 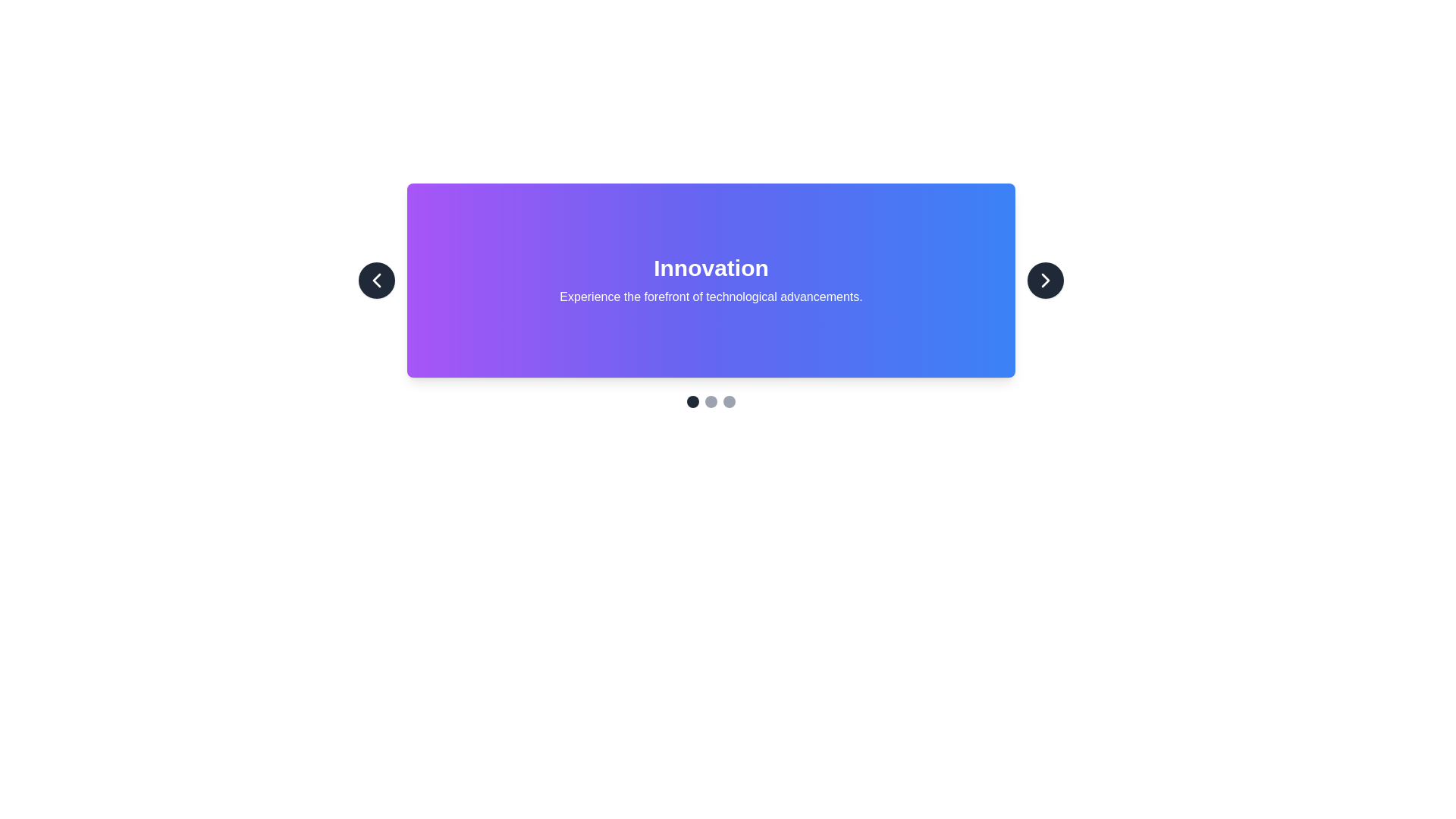 What do you see at coordinates (1044, 281) in the screenshot?
I see `the right-pointing chevron icon within the circular button for navigation` at bounding box center [1044, 281].